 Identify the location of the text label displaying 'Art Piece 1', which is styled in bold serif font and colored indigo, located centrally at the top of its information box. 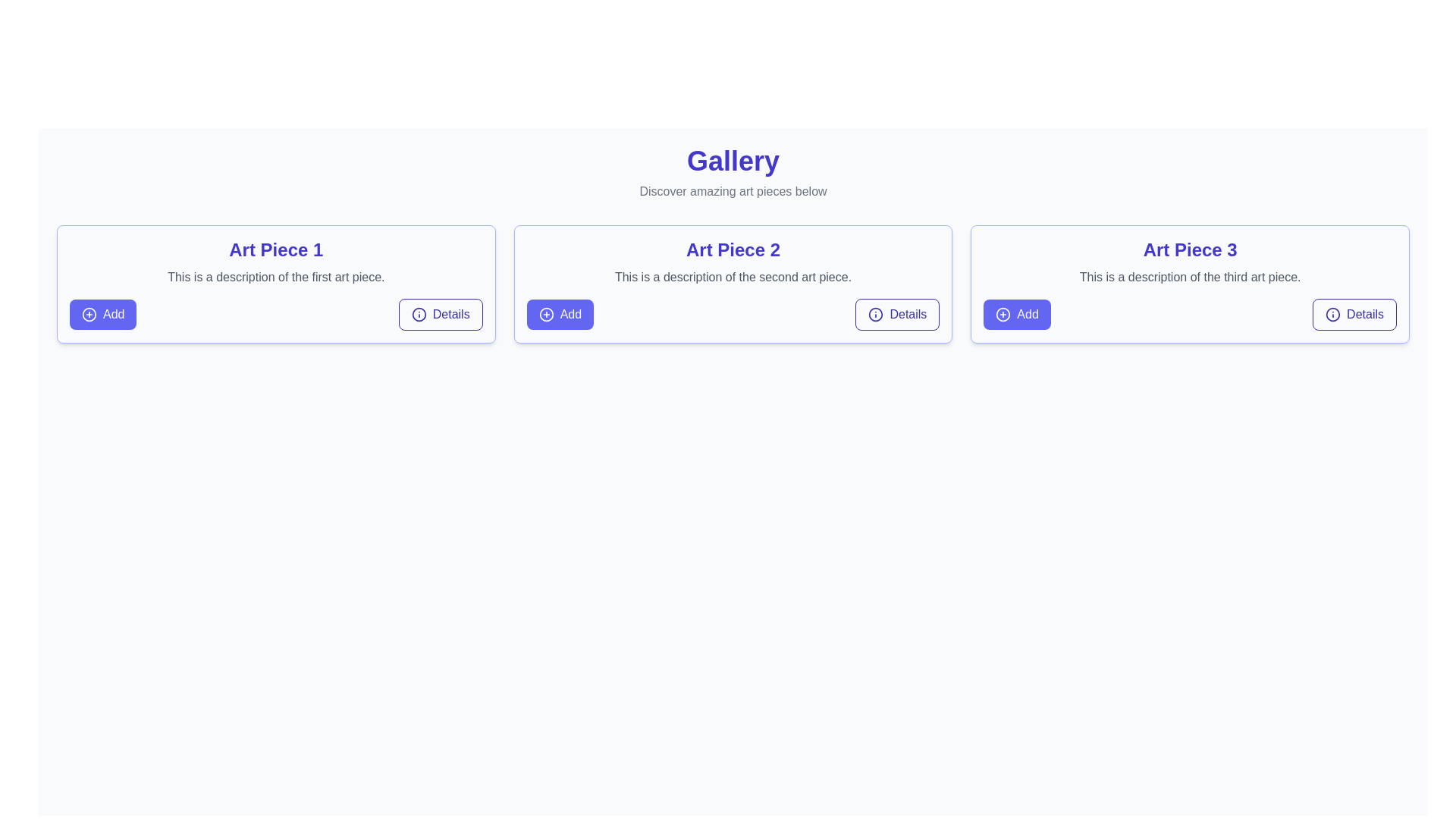
(276, 249).